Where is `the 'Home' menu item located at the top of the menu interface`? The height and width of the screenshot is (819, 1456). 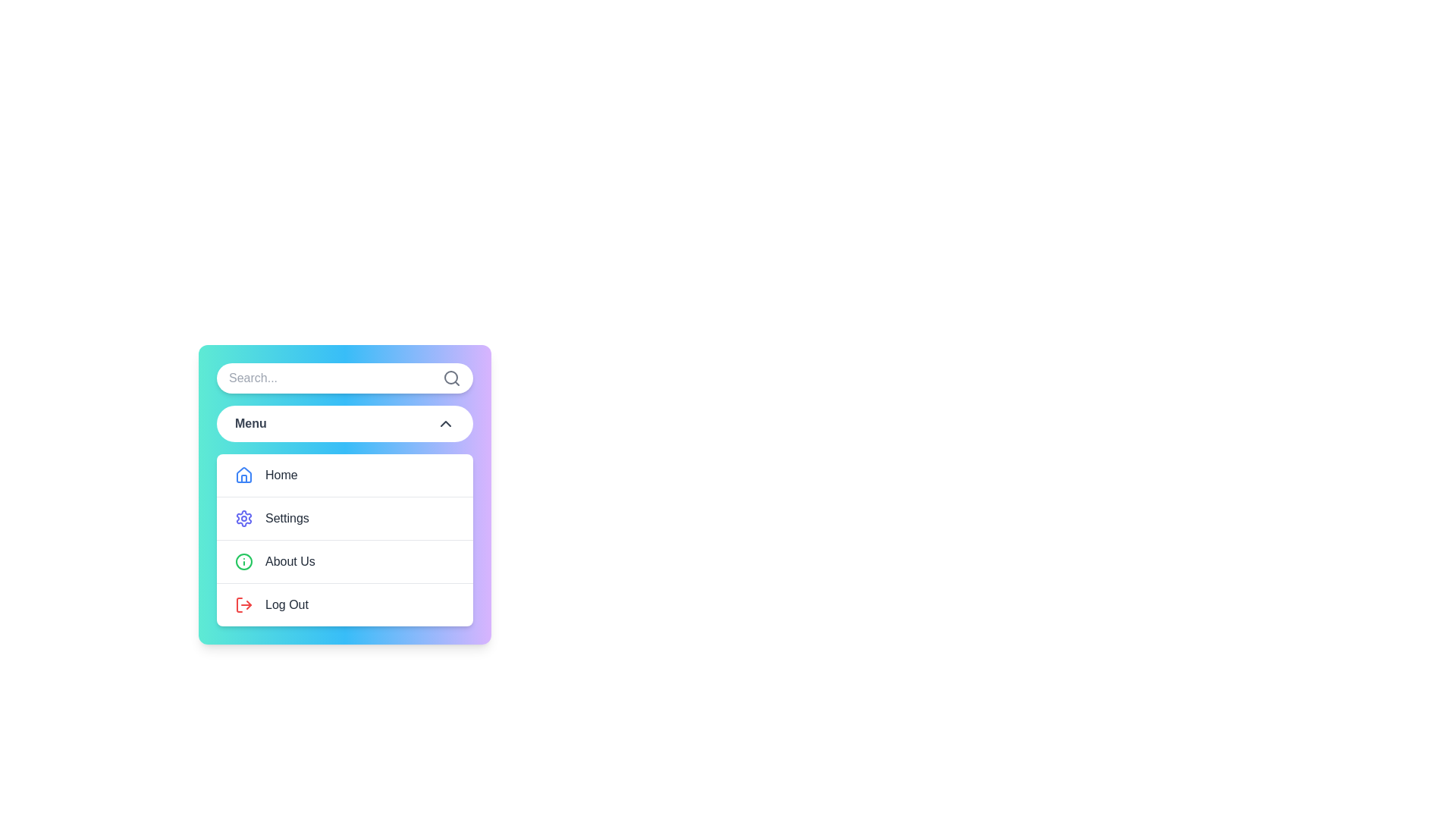 the 'Home' menu item located at the top of the menu interface is located at coordinates (344, 494).